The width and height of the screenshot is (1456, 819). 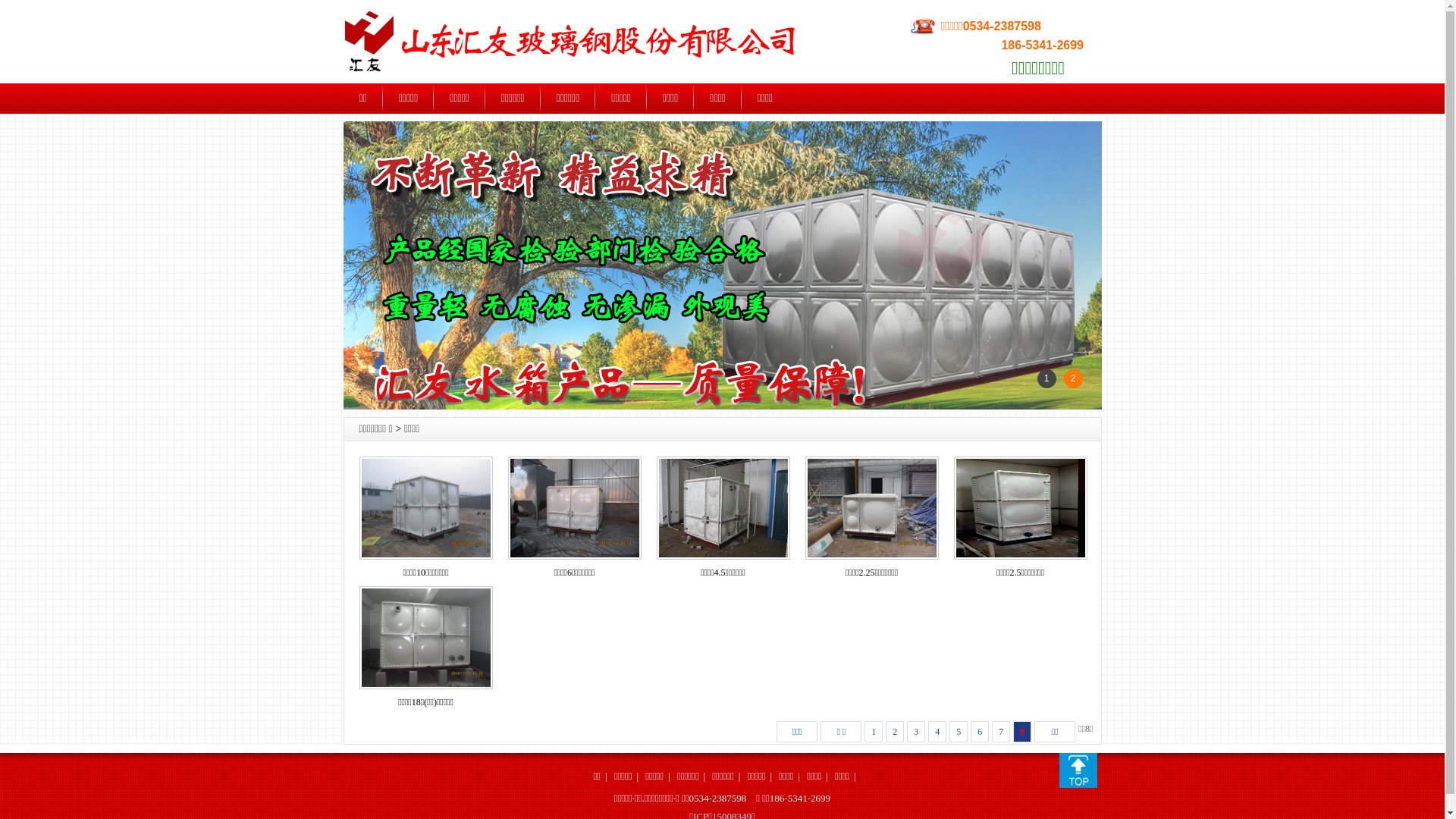 I want to click on '8', so click(x=1022, y=730).